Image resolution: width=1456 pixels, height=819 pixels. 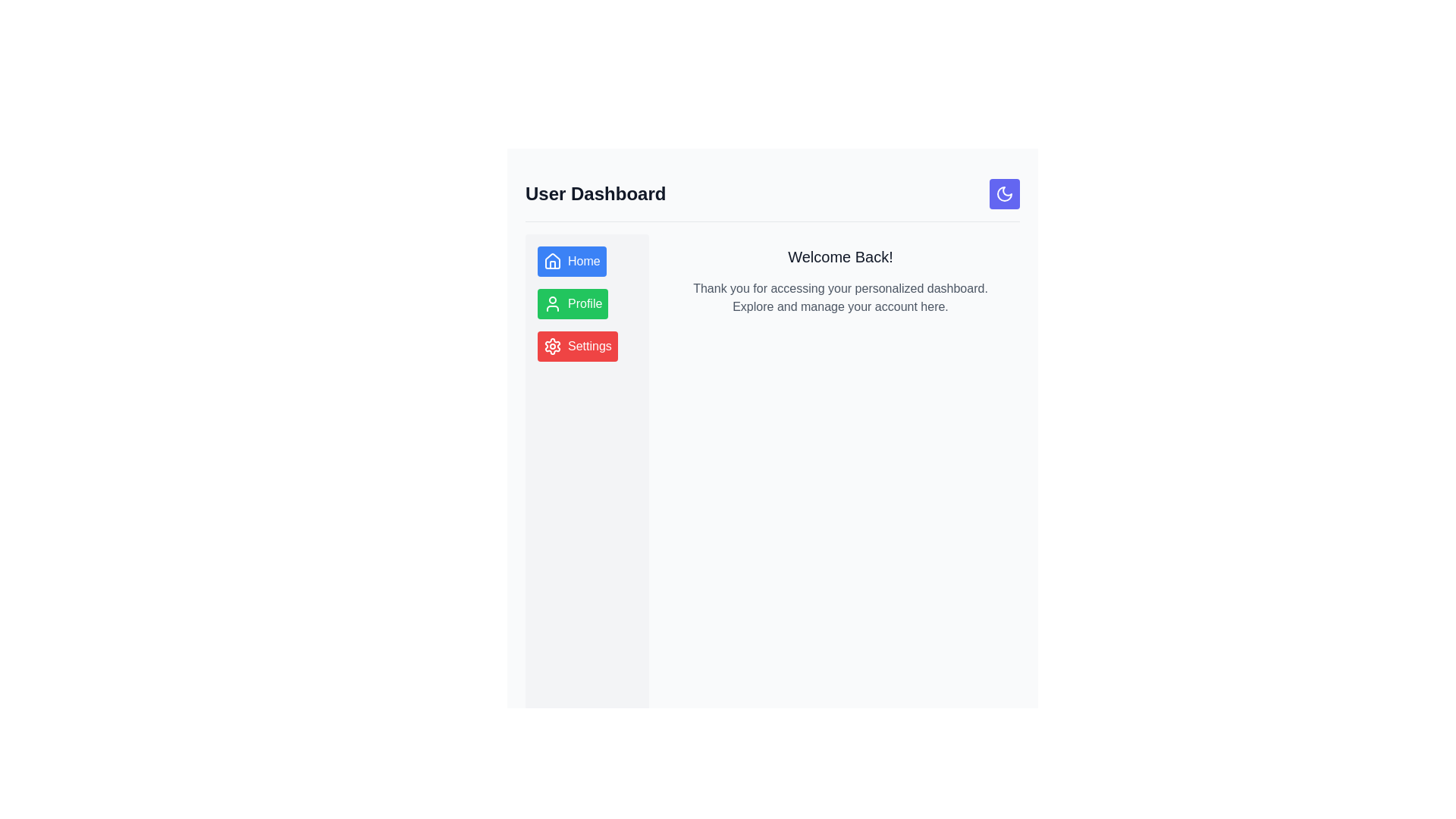 I want to click on the 'Profile' button in the vertical navigation menu located in the left sidebar, so click(x=586, y=304).